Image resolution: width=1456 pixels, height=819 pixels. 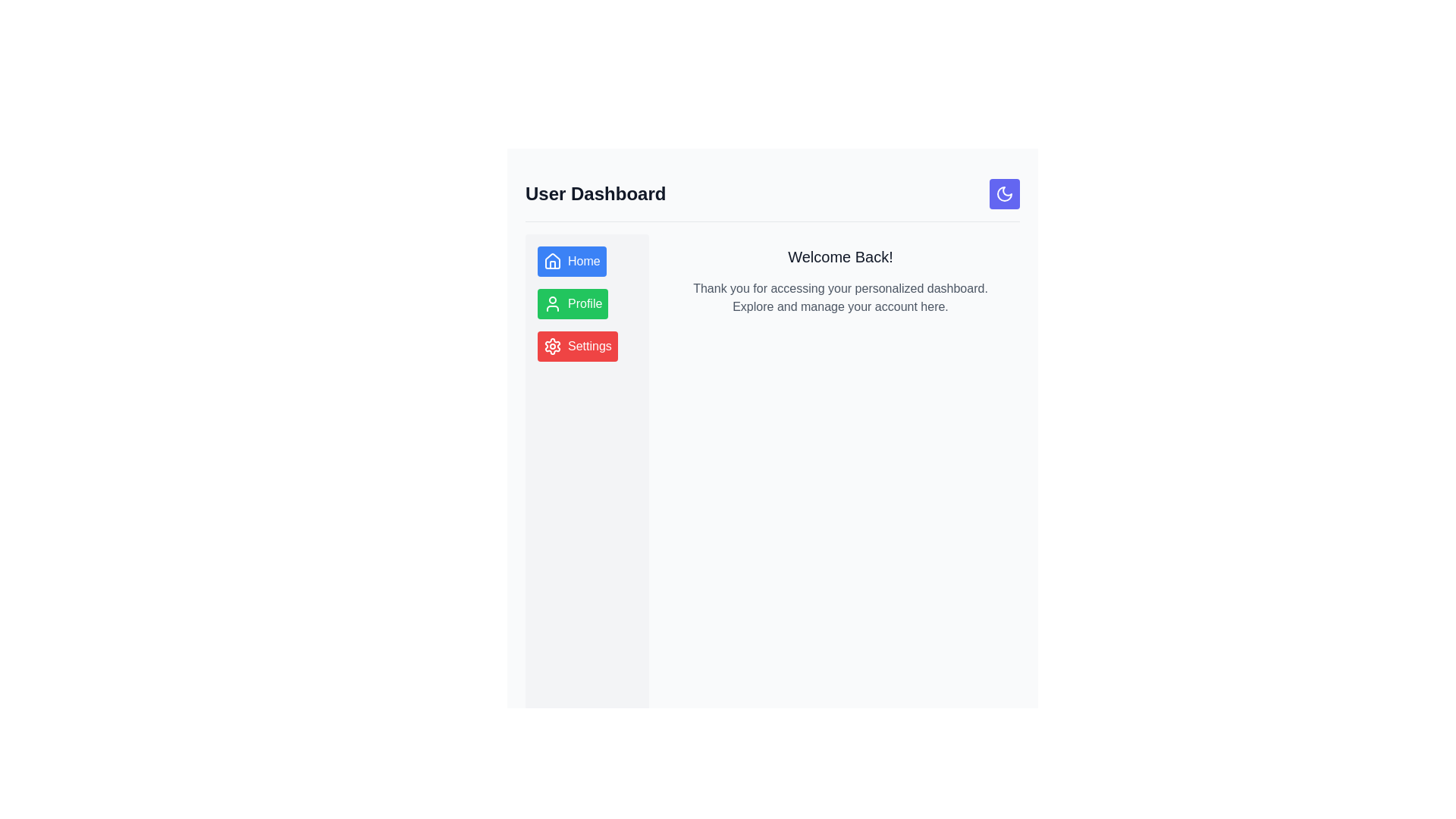 I want to click on the 'Profile' button in the vertical navigation menu located in the left sidebar, so click(x=586, y=304).